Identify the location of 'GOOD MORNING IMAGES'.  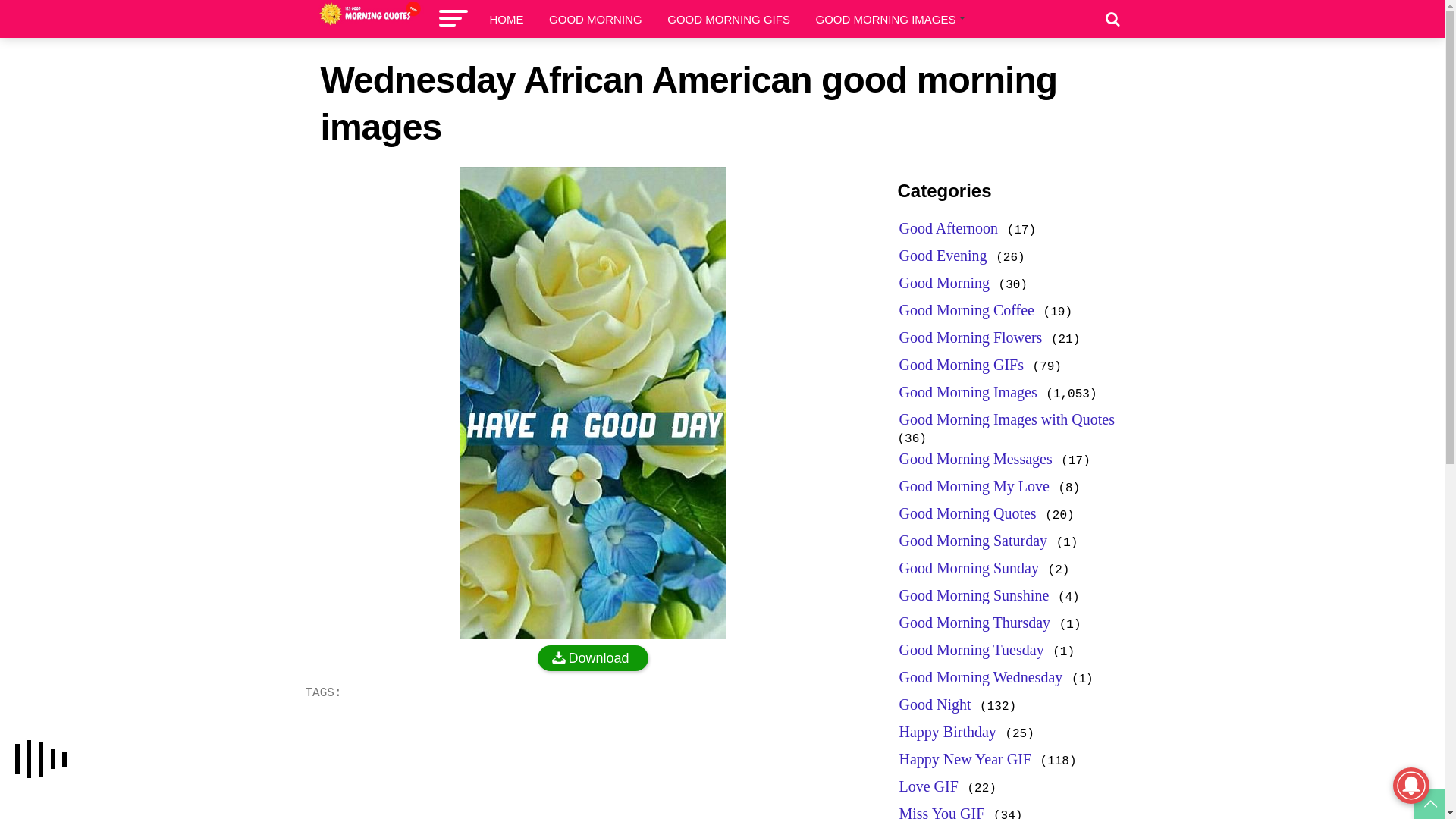
(806, 19).